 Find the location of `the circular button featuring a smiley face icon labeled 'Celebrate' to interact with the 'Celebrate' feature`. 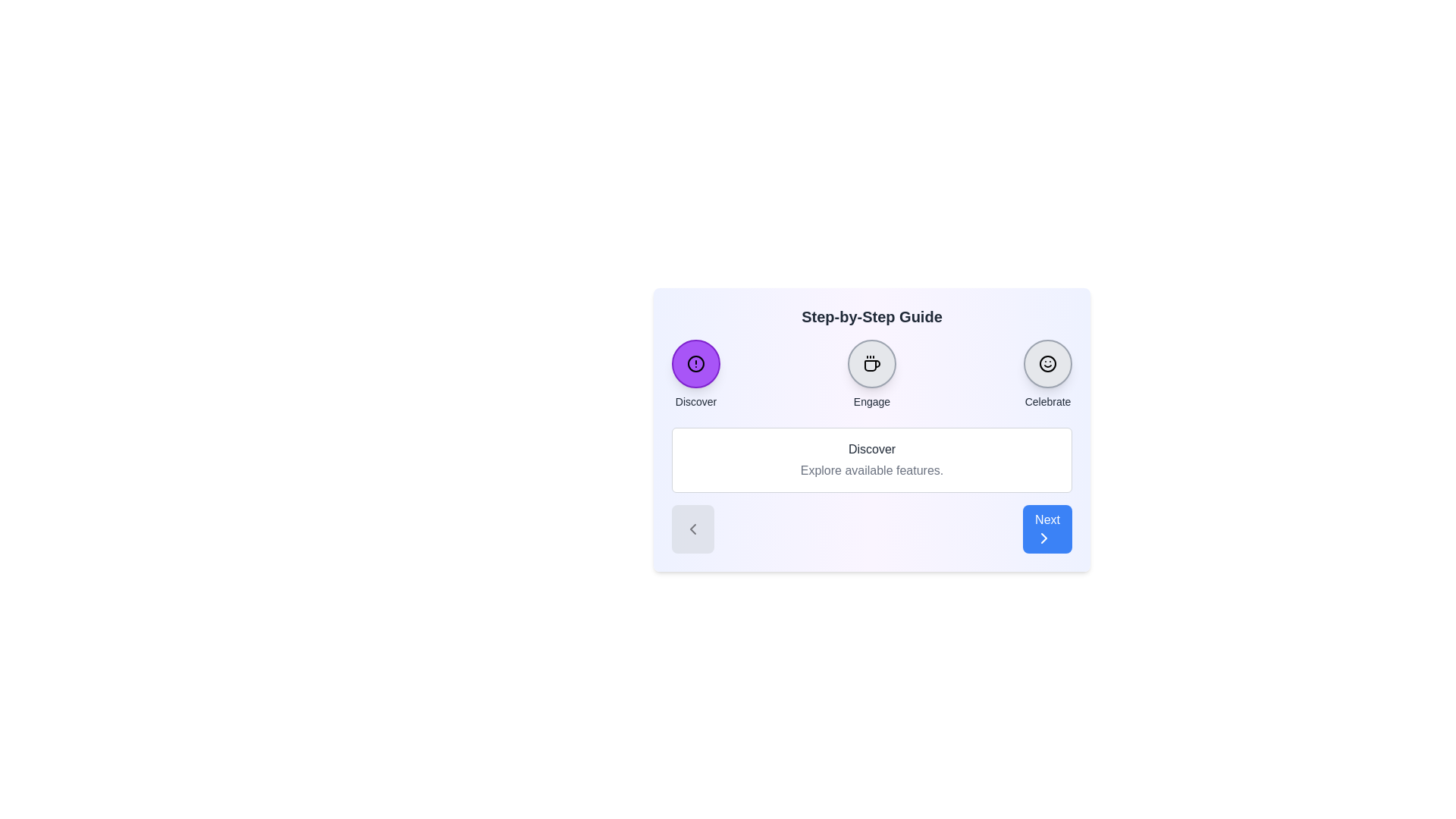

the circular button featuring a smiley face icon labeled 'Celebrate' to interact with the 'Celebrate' feature is located at coordinates (1047, 374).